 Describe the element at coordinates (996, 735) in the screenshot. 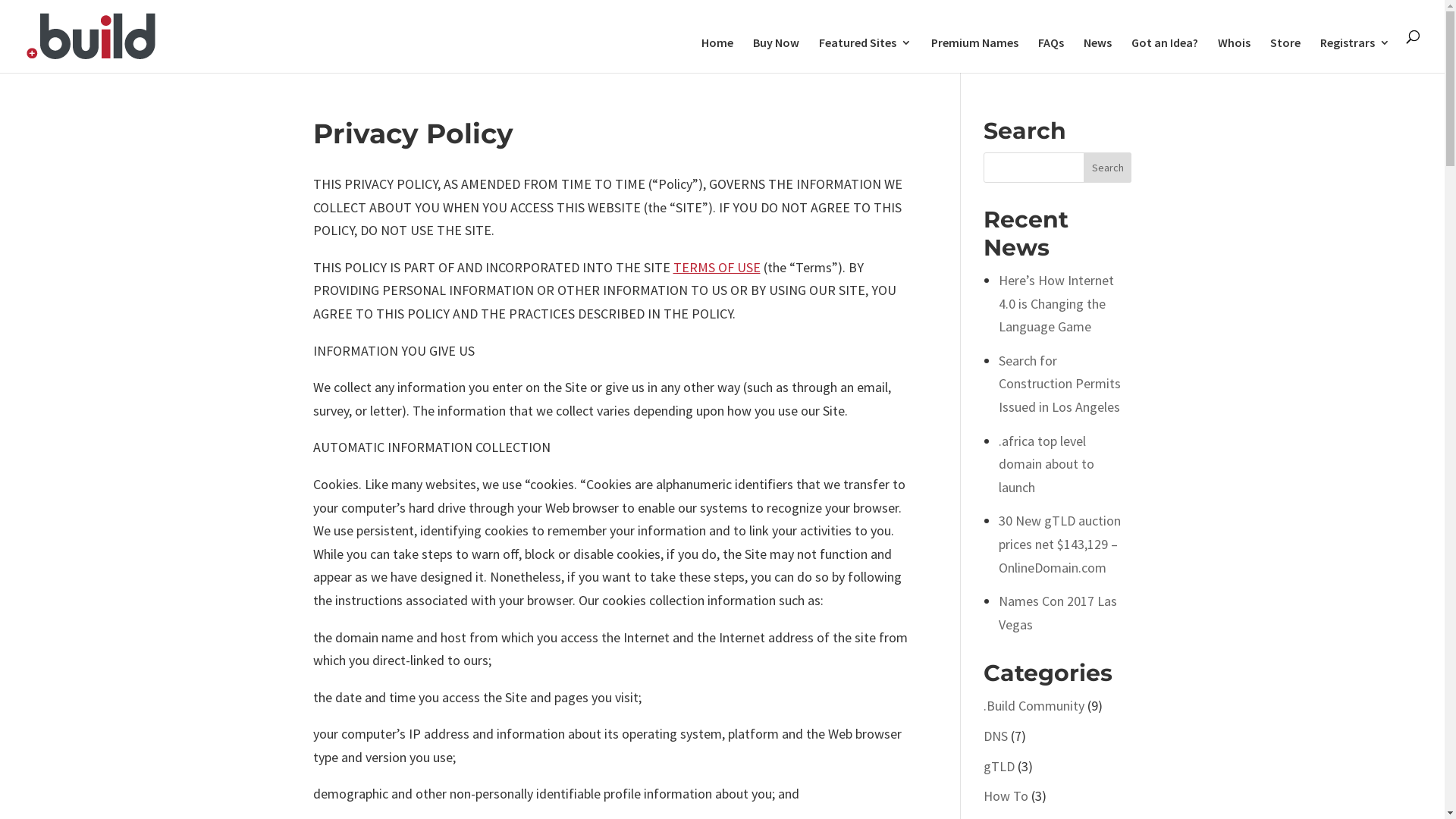

I see `'DNS'` at that location.